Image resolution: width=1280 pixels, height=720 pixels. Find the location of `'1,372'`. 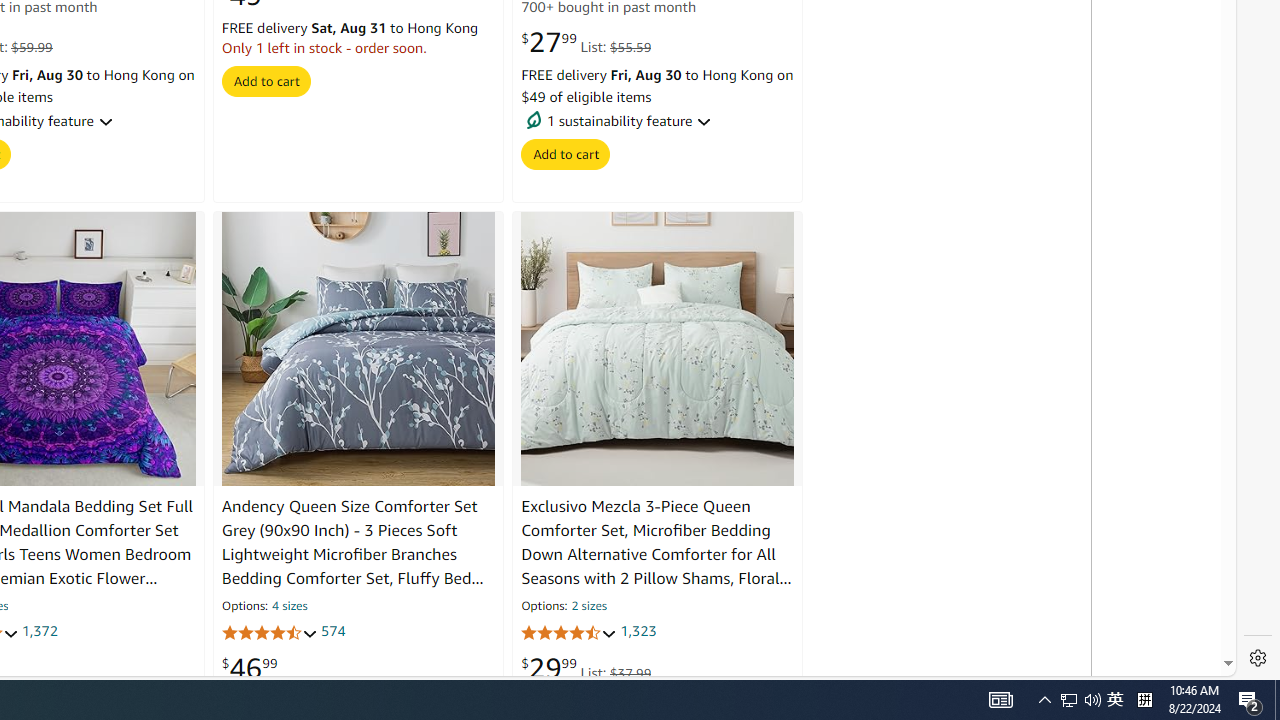

'1,372' is located at coordinates (39, 632).